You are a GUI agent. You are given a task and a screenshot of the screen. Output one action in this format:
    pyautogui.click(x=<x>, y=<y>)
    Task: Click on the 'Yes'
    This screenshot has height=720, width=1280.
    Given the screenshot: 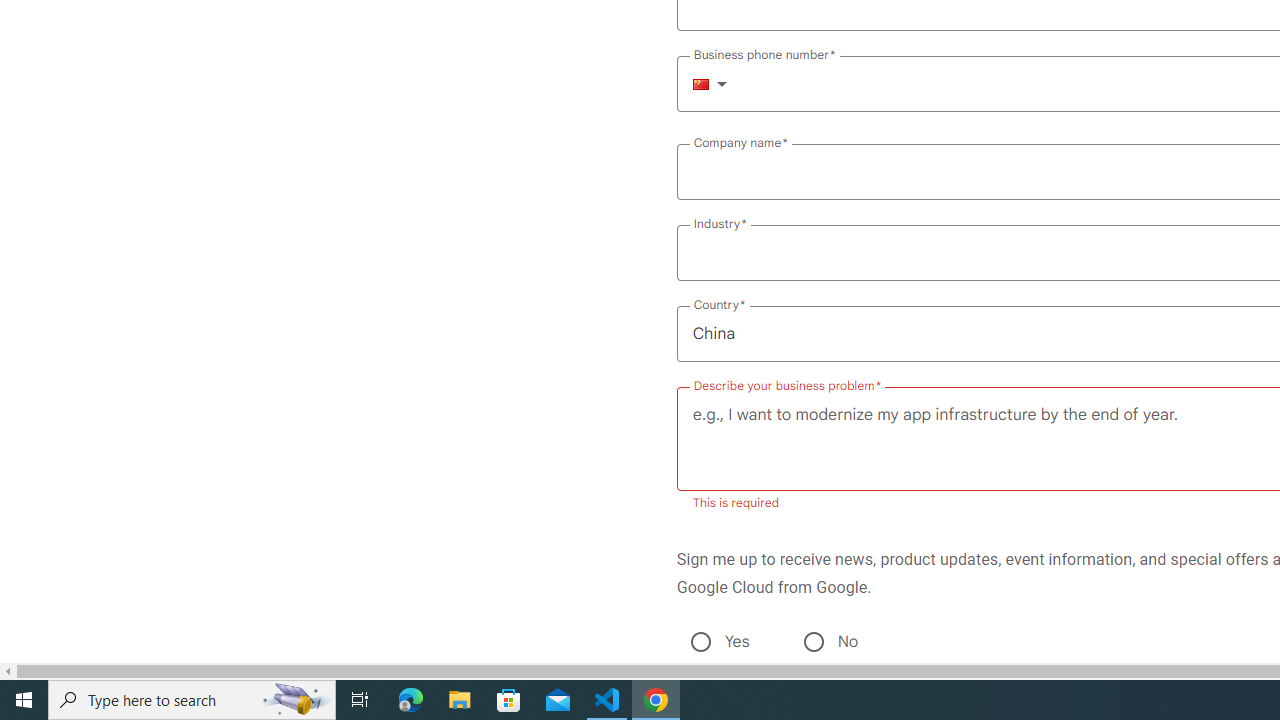 What is the action you would take?
    pyautogui.click(x=700, y=641)
    